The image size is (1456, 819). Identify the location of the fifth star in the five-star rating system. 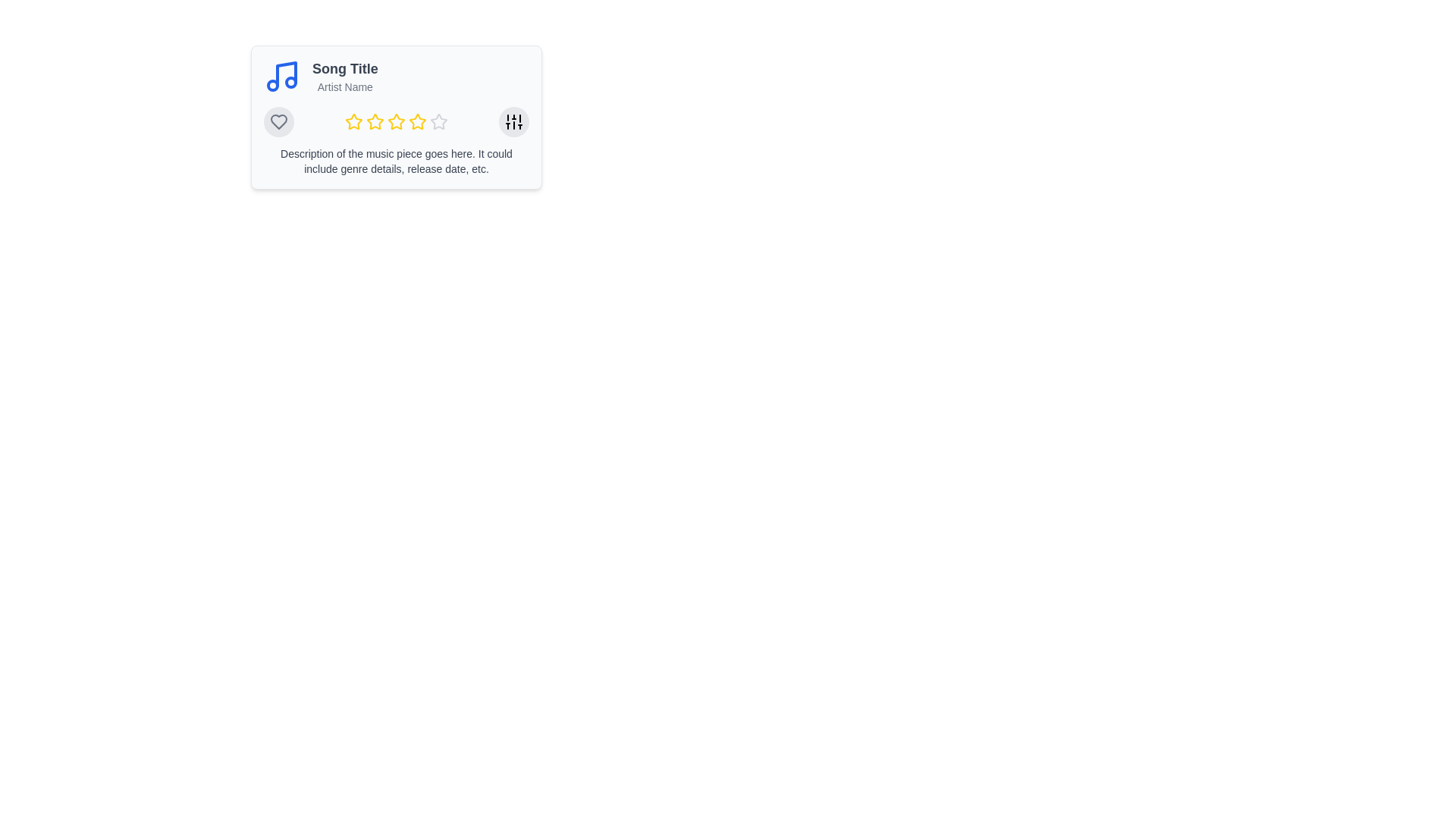
(418, 121).